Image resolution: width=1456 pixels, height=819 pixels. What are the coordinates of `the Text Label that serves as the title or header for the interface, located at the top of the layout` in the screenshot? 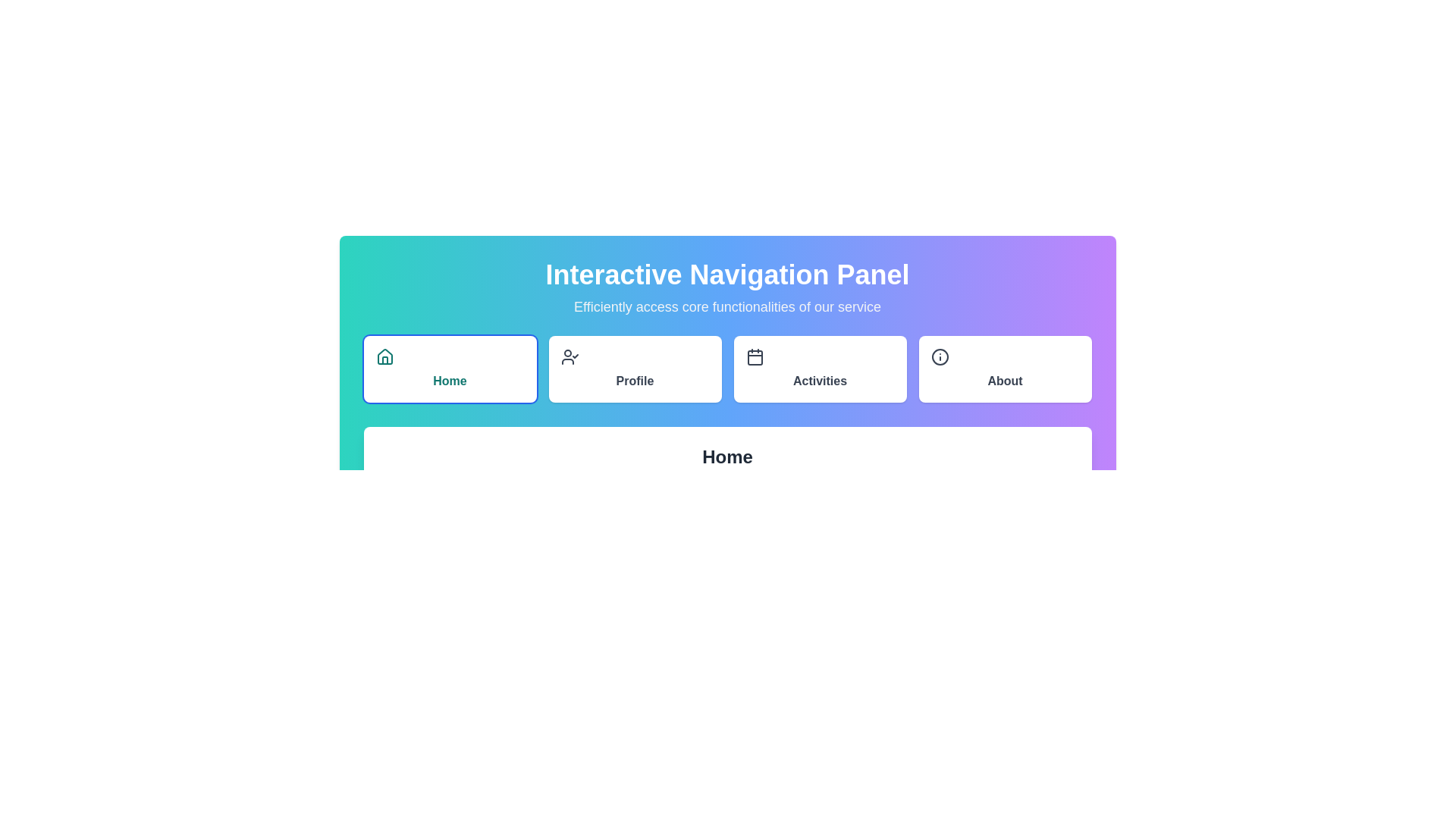 It's located at (726, 275).